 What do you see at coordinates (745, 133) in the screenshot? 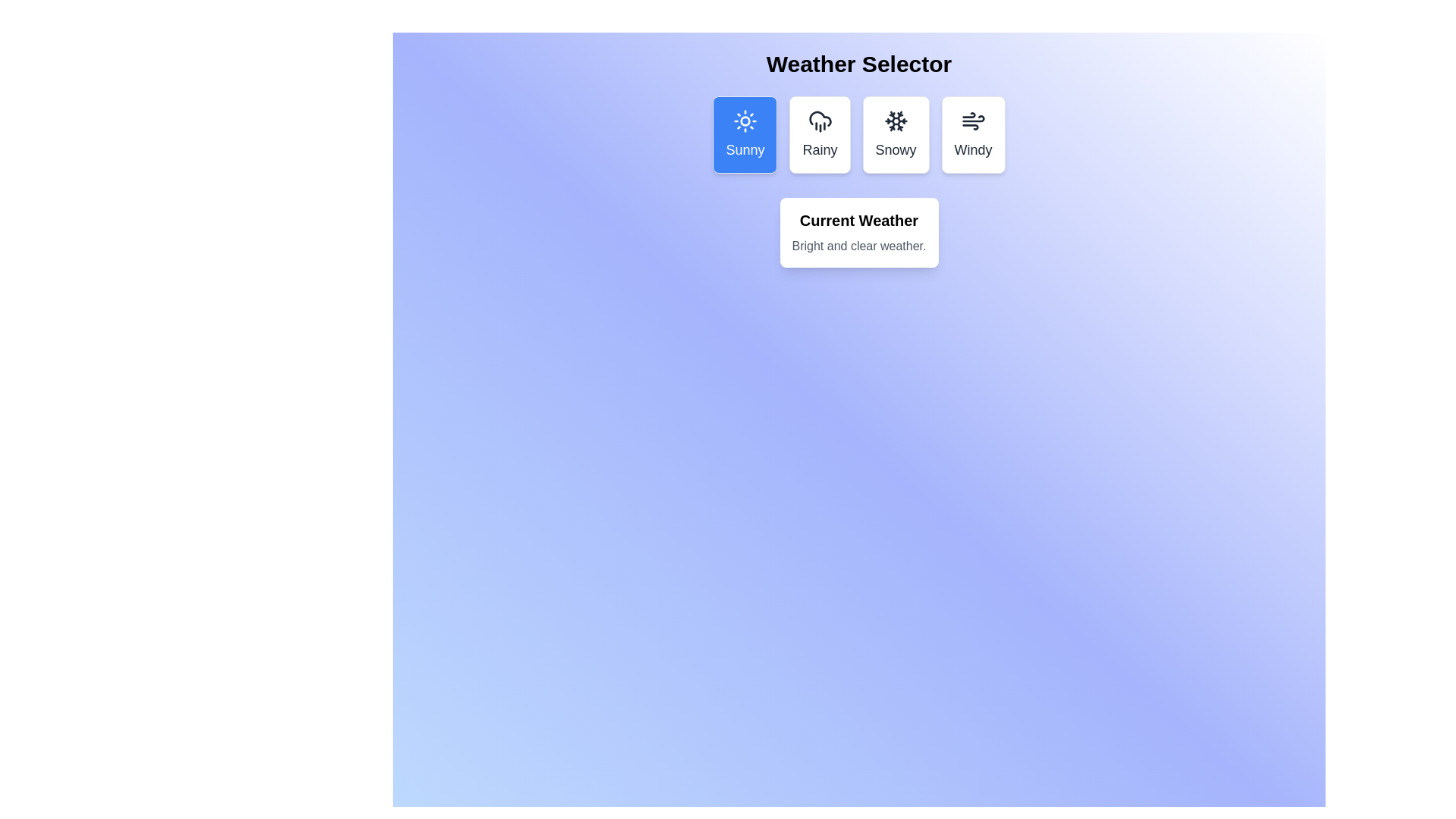
I see `the weather option Sunny by clicking on the respective button` at bounding box center [745, 133].